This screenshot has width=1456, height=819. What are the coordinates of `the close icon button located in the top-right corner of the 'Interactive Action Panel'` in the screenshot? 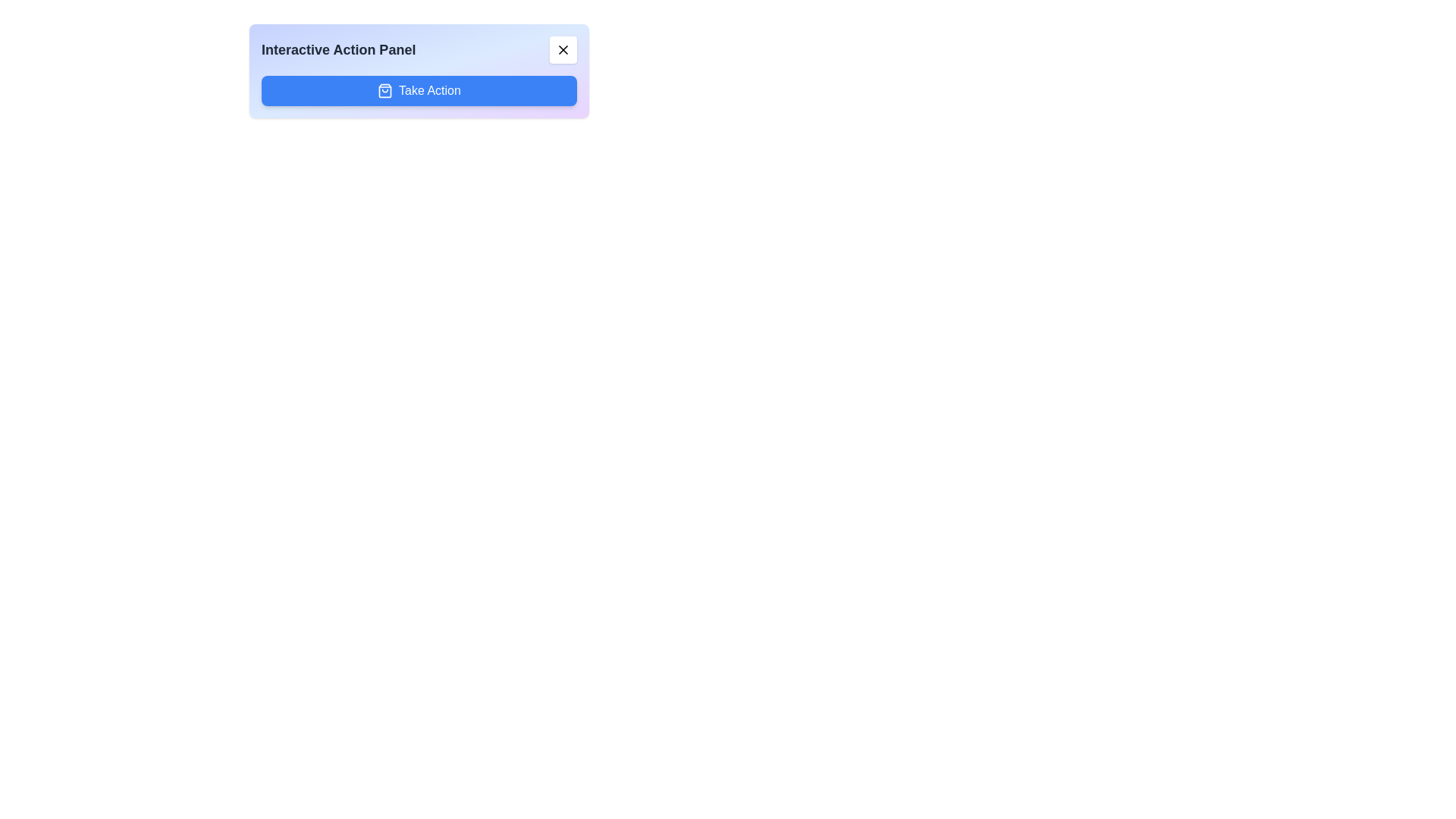 It's located at (563, 49).